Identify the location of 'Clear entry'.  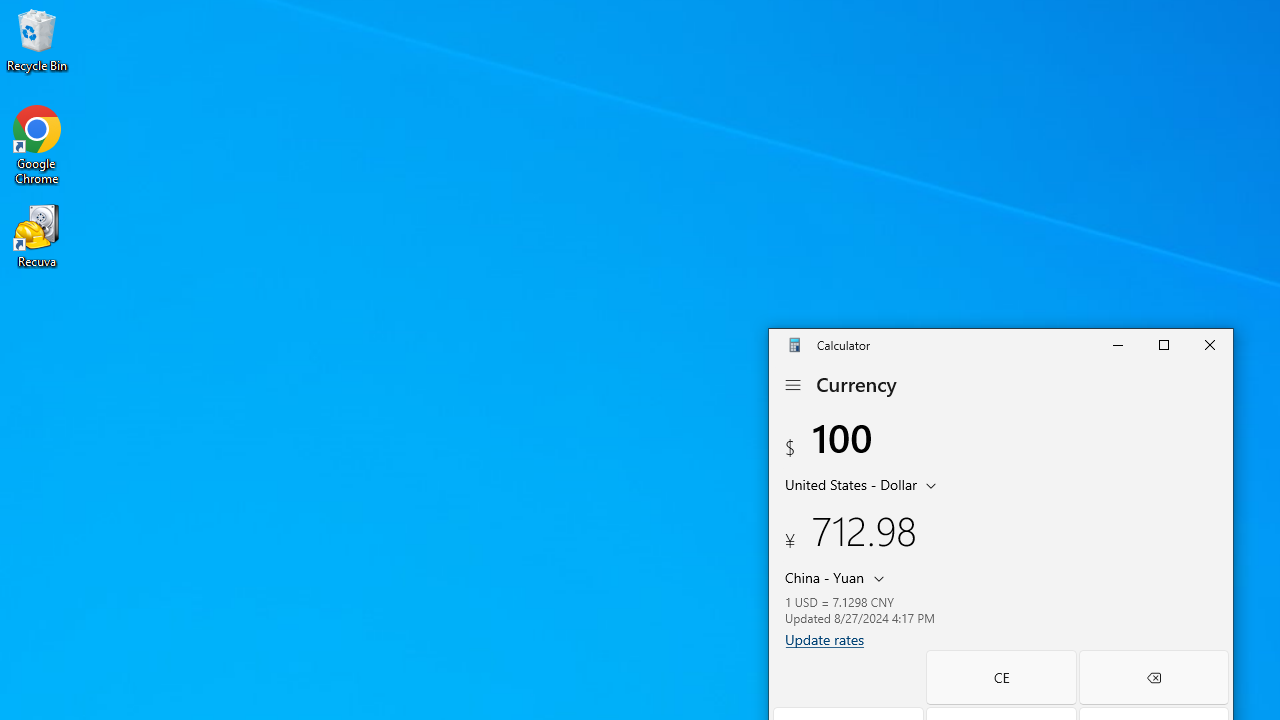
(1000, 676).